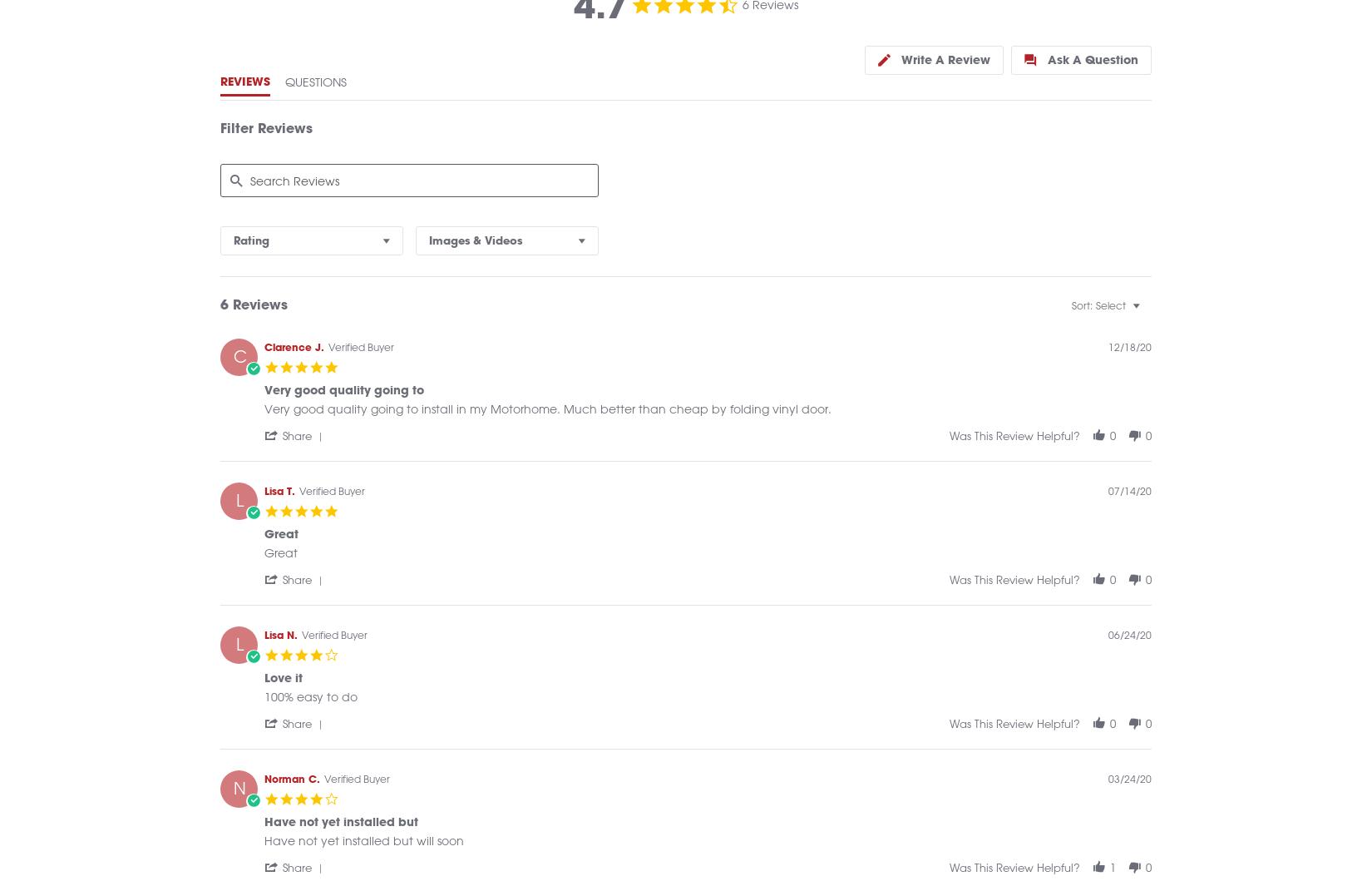 The image size is (1372, 891). What do you see at coordinates (264, 839) in the screenshot?
I see `'Have not yet installed but'` at bounding box center [264, 839].